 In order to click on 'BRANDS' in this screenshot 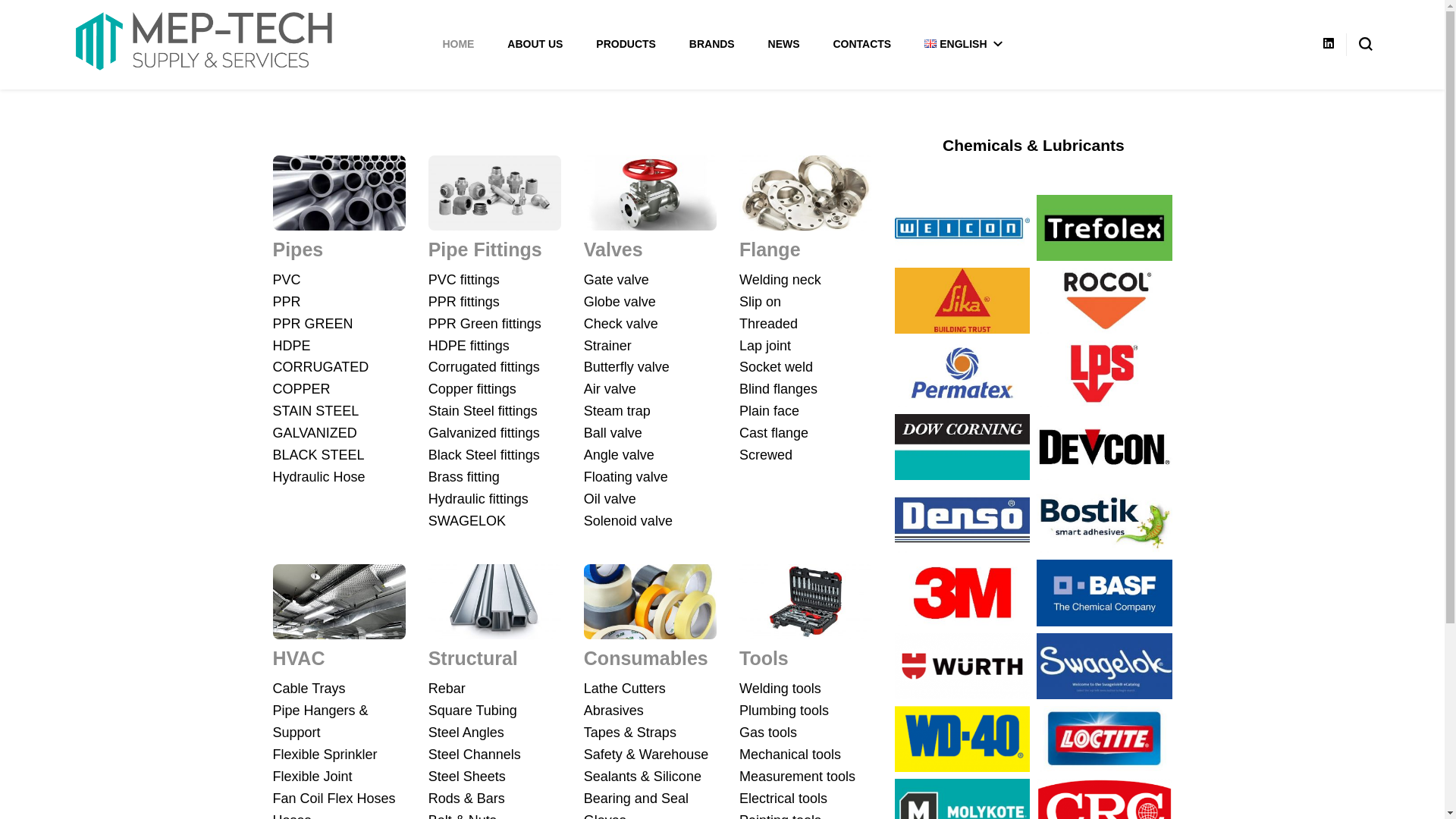, I will do `click(711, 42)`.